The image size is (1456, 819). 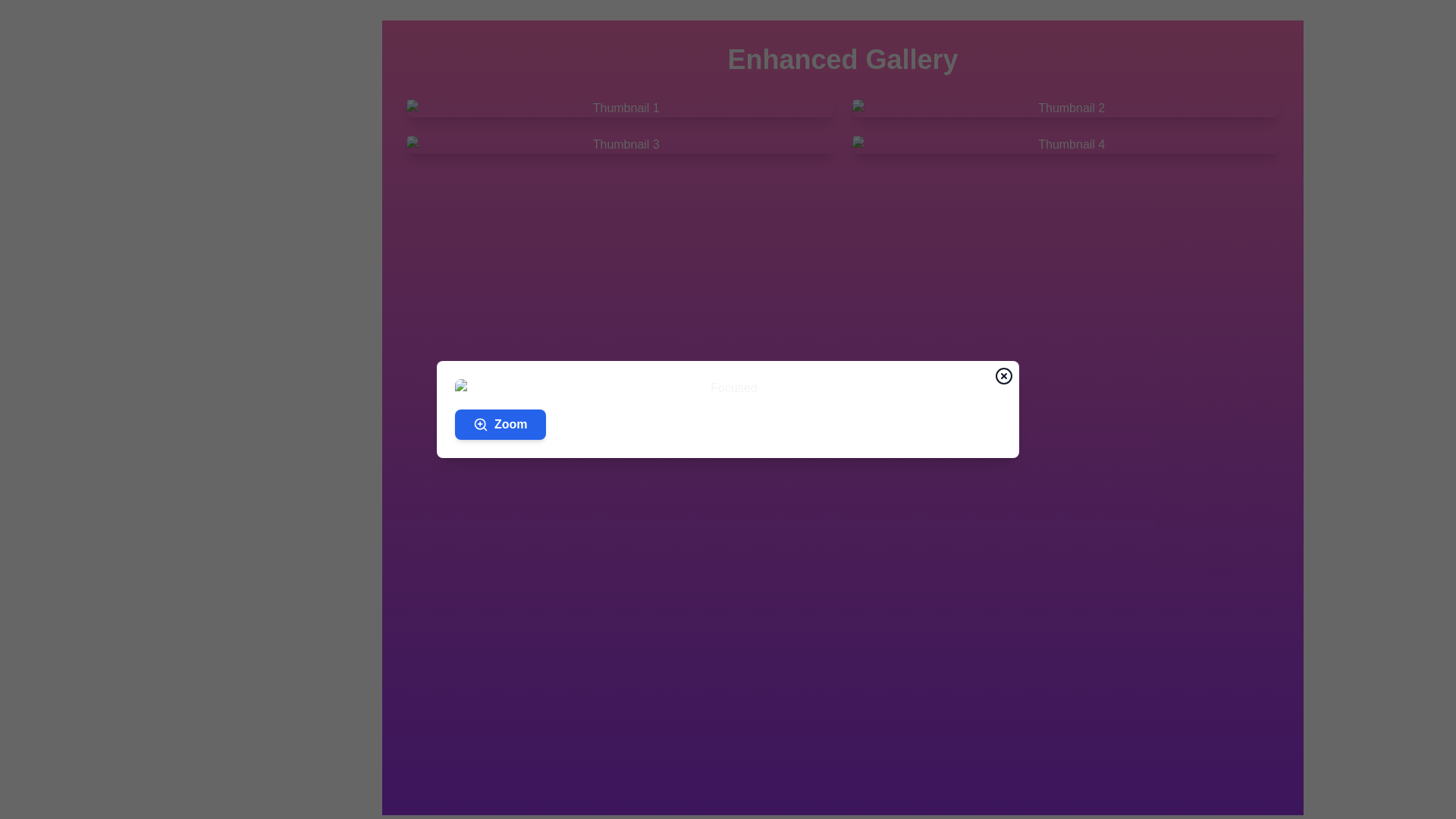 What do you see at coordinates (1004, 375) in the screenshot?
I see `the outer circular outline of the graphical icon located at the top-right corner within a white dialog box` at bounding box center [1004, 375].